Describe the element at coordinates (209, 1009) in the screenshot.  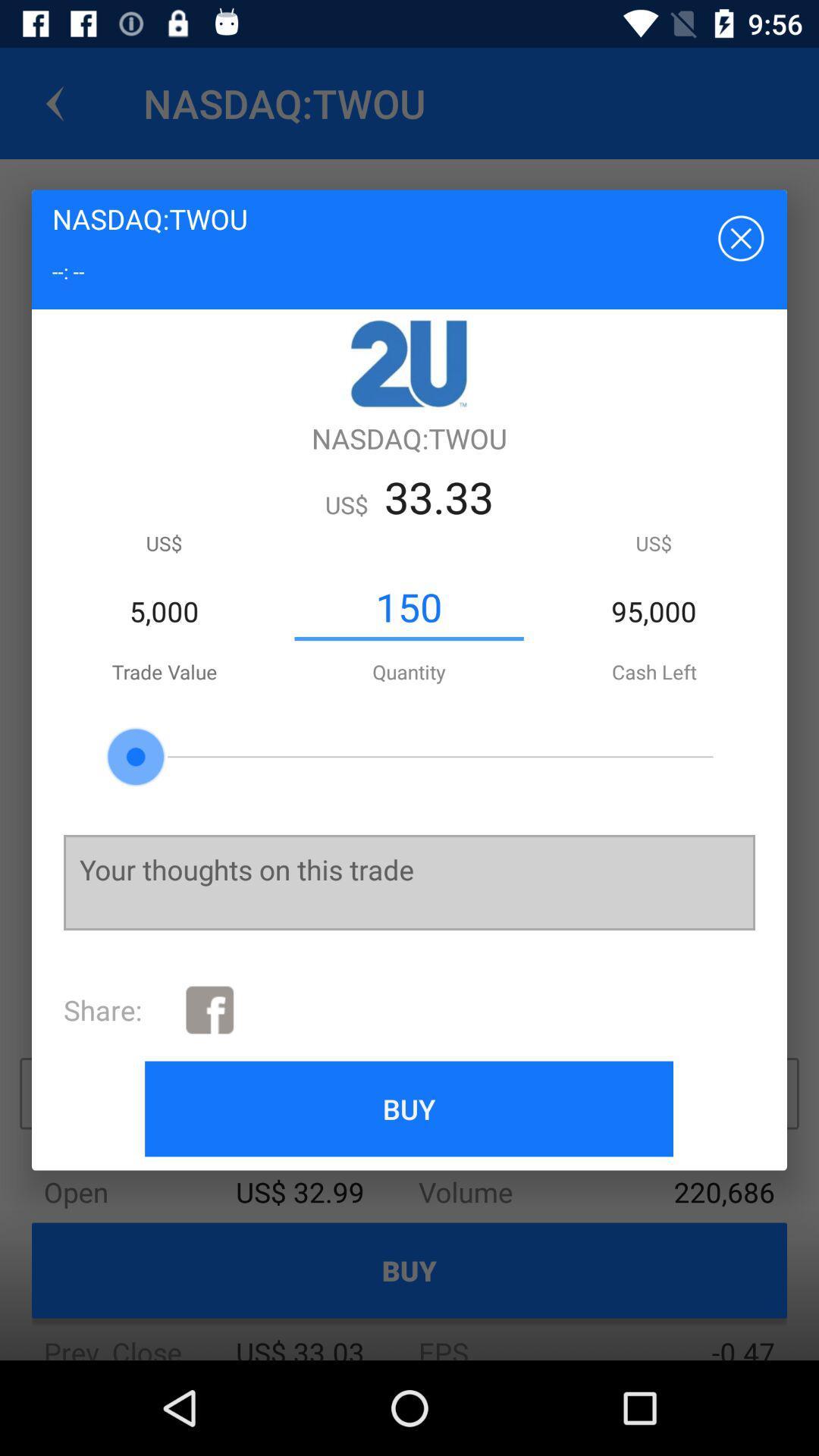
I see `item next to share: item` at that location.